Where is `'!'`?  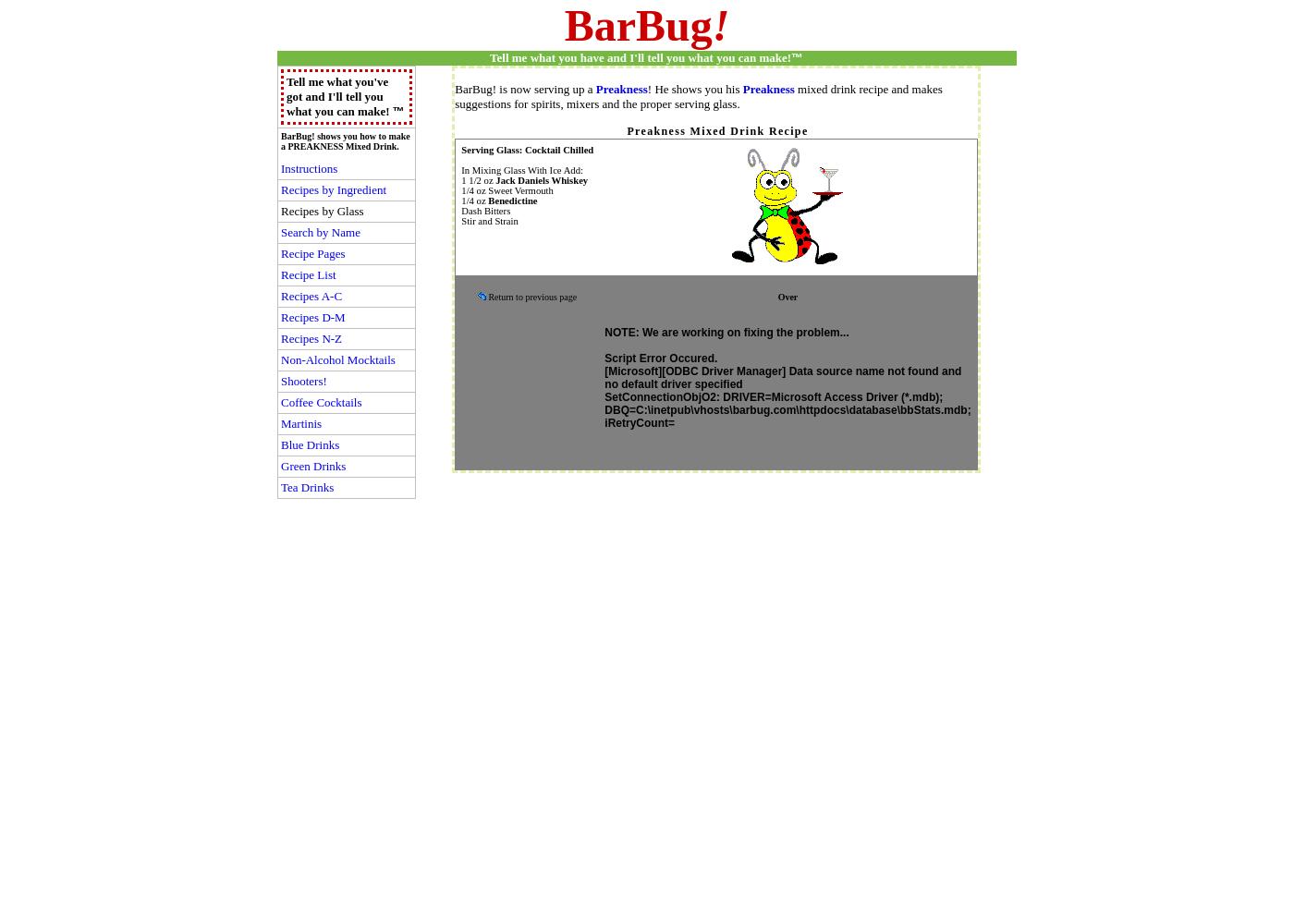 '!' is located at coordinates (719, 25).